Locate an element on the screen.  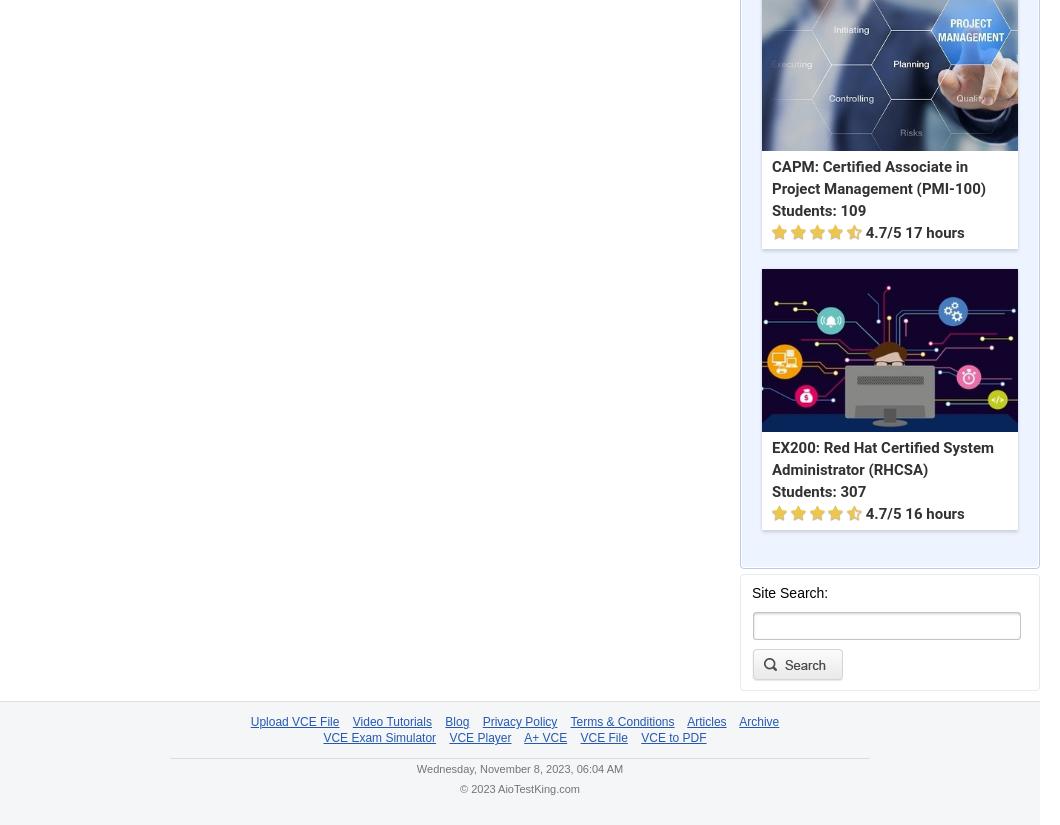
'CAPM: Certified Associate in Project Management (PMI-100)' is located at coordinates (878, 178).